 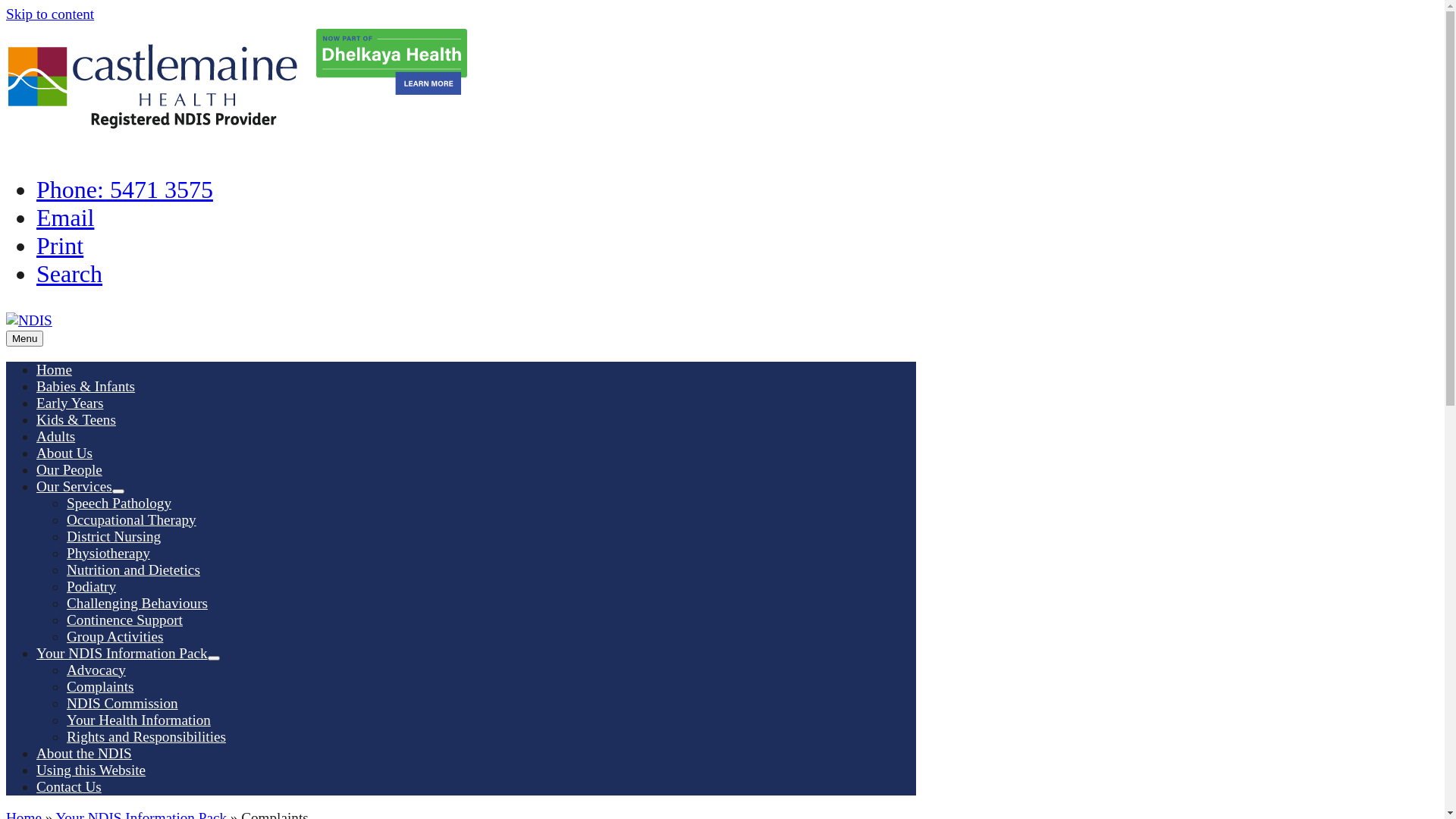 What do you see at coordinates (68, 469) in the screenshot?
I see `'Our People'` at bounding box center [68, 469].